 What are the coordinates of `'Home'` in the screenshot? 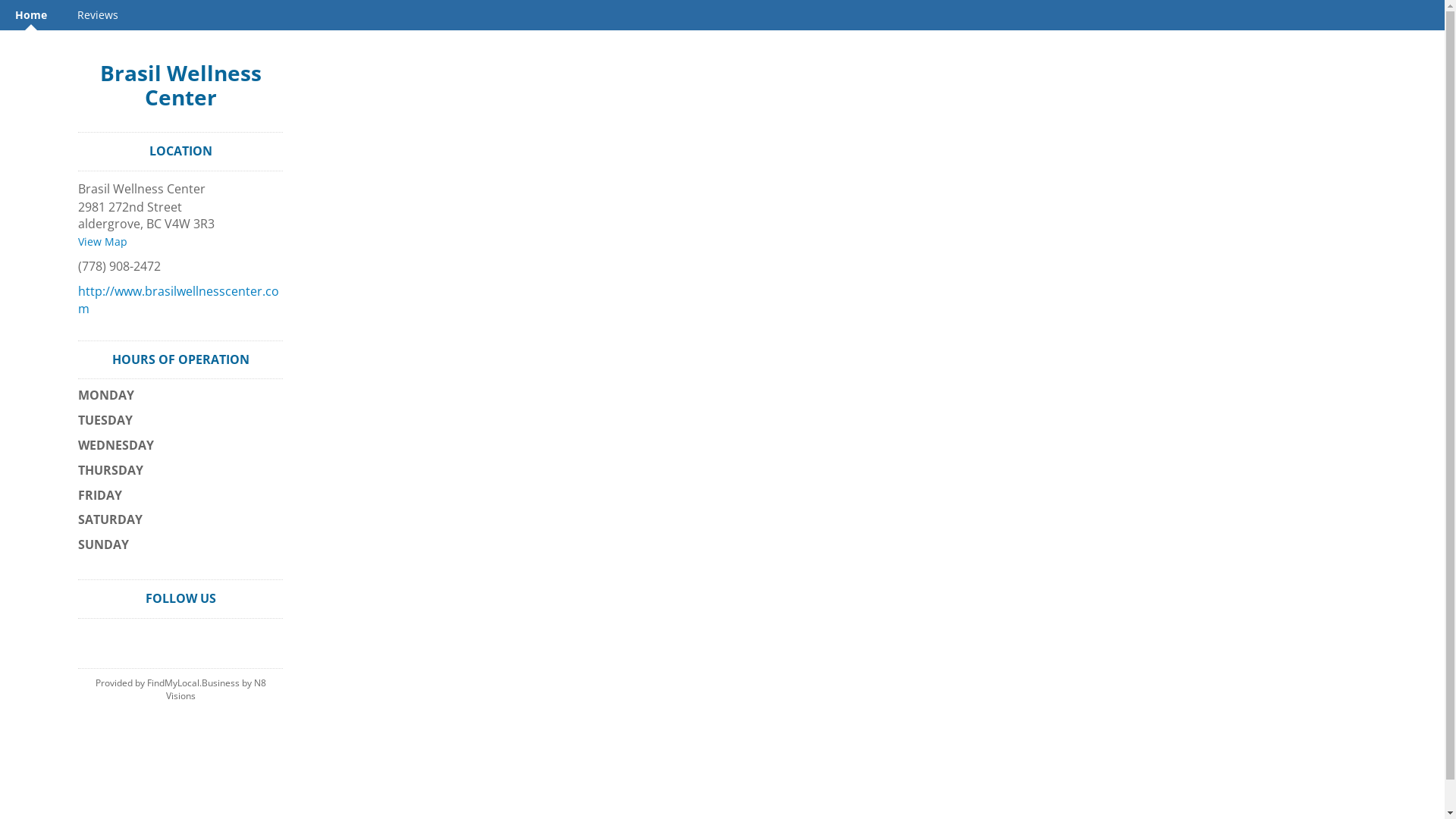 It's located at (31, 14).